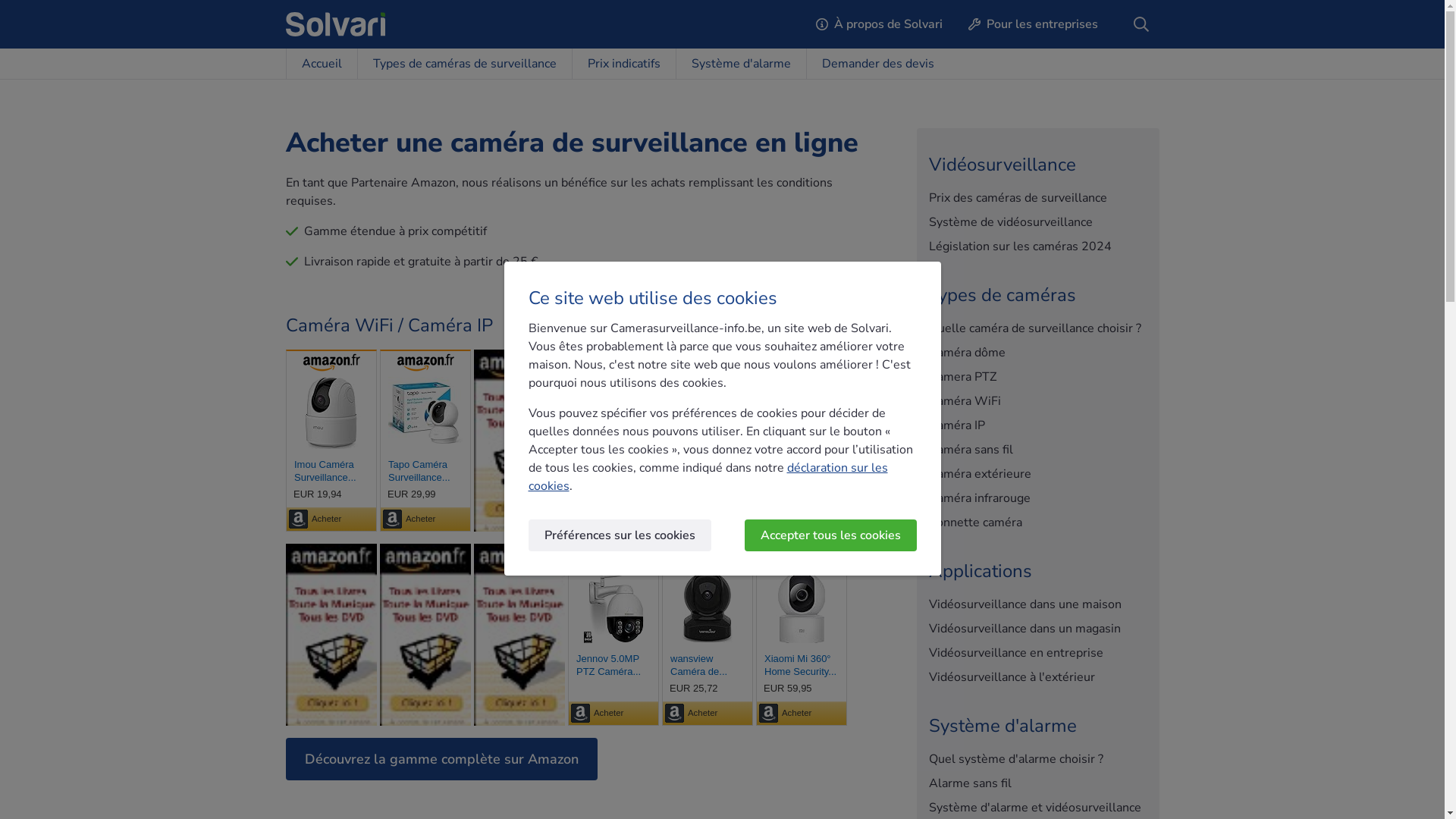 The image size is (1456, 819). Describe the element at coordinates (284, 63) in the screenshot. I see `'Accueil'` at that location.